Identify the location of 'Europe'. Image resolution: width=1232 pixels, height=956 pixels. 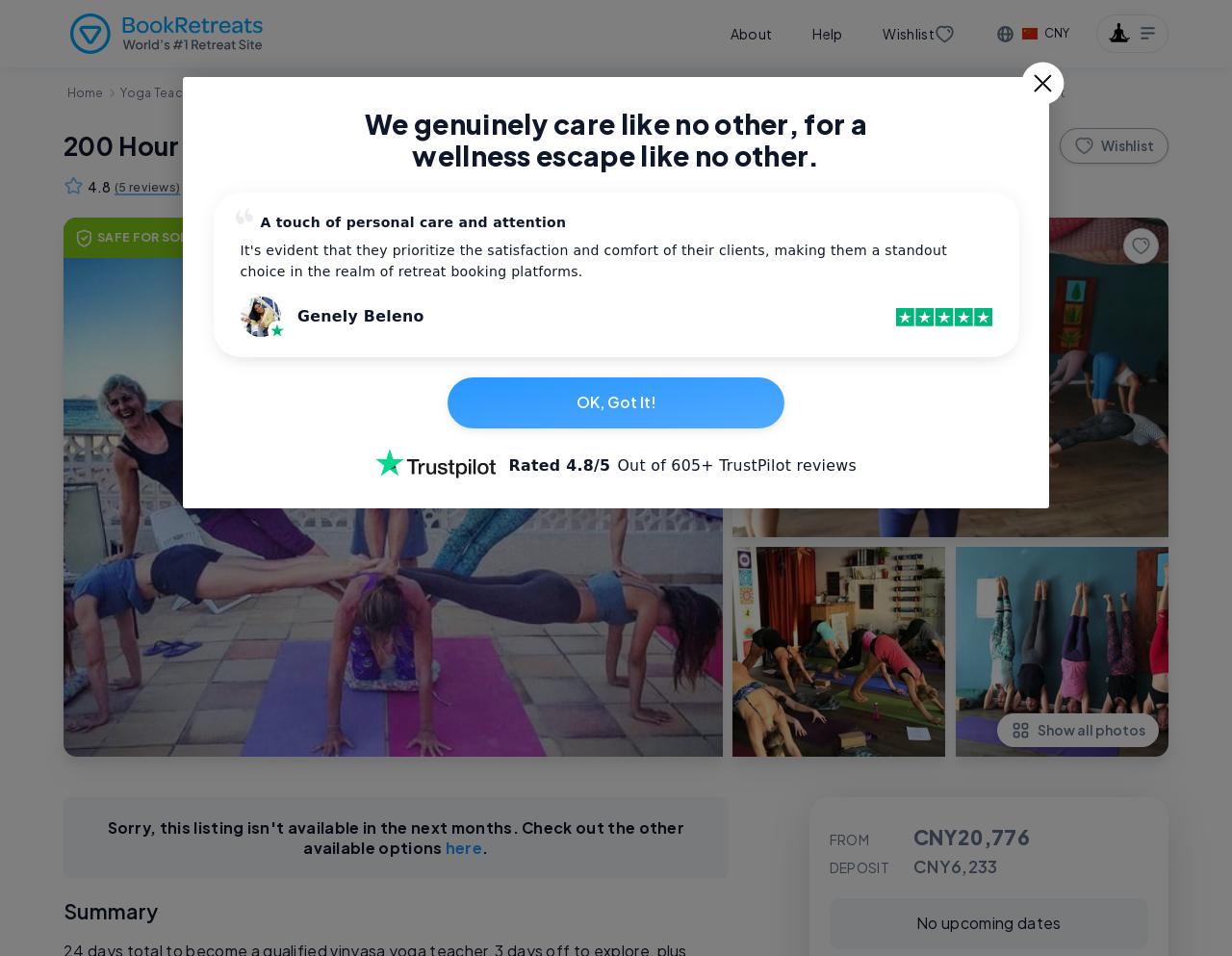
(289, 91).